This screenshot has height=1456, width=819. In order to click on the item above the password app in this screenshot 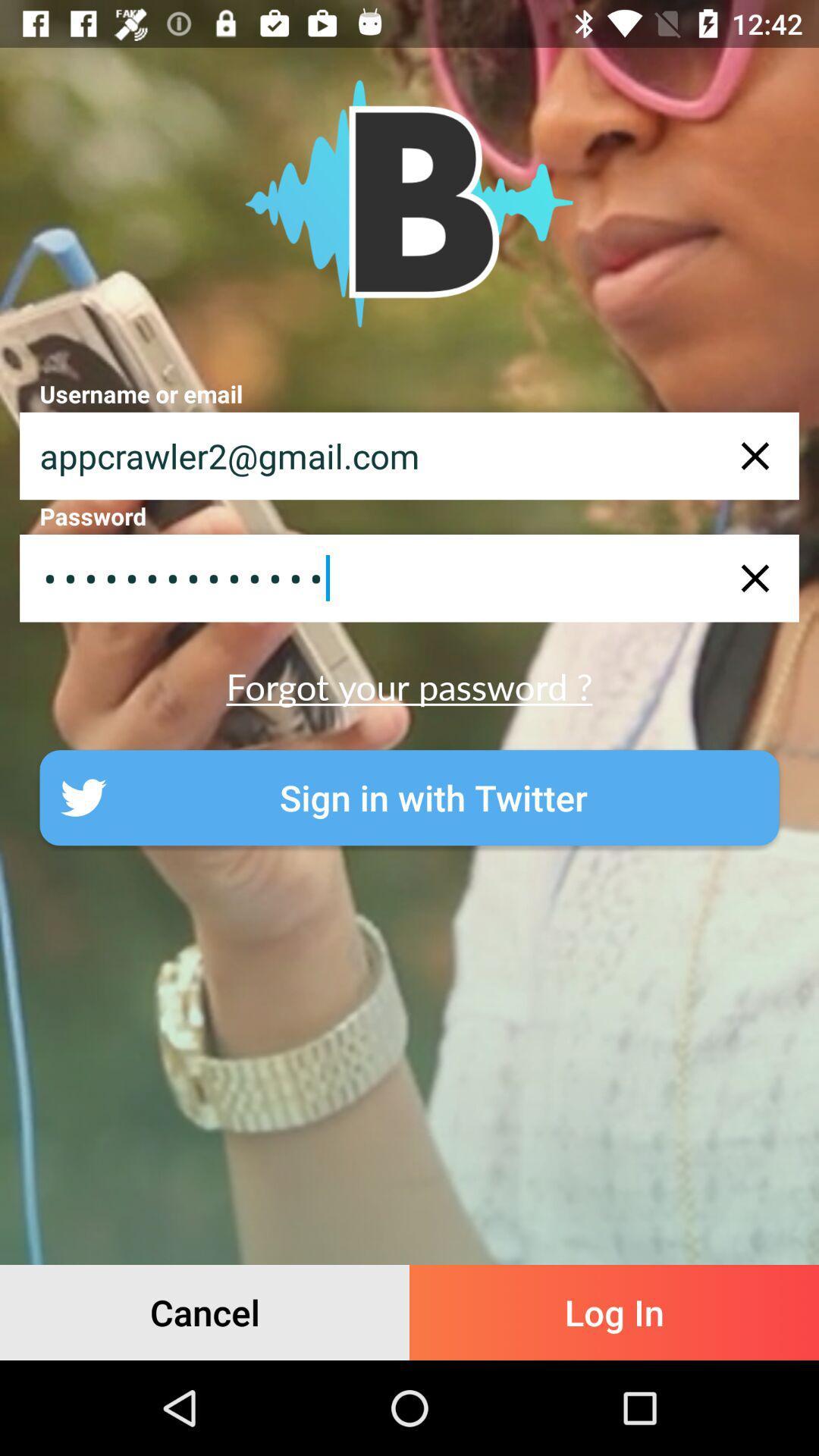, I will do `click(409, 455)`.